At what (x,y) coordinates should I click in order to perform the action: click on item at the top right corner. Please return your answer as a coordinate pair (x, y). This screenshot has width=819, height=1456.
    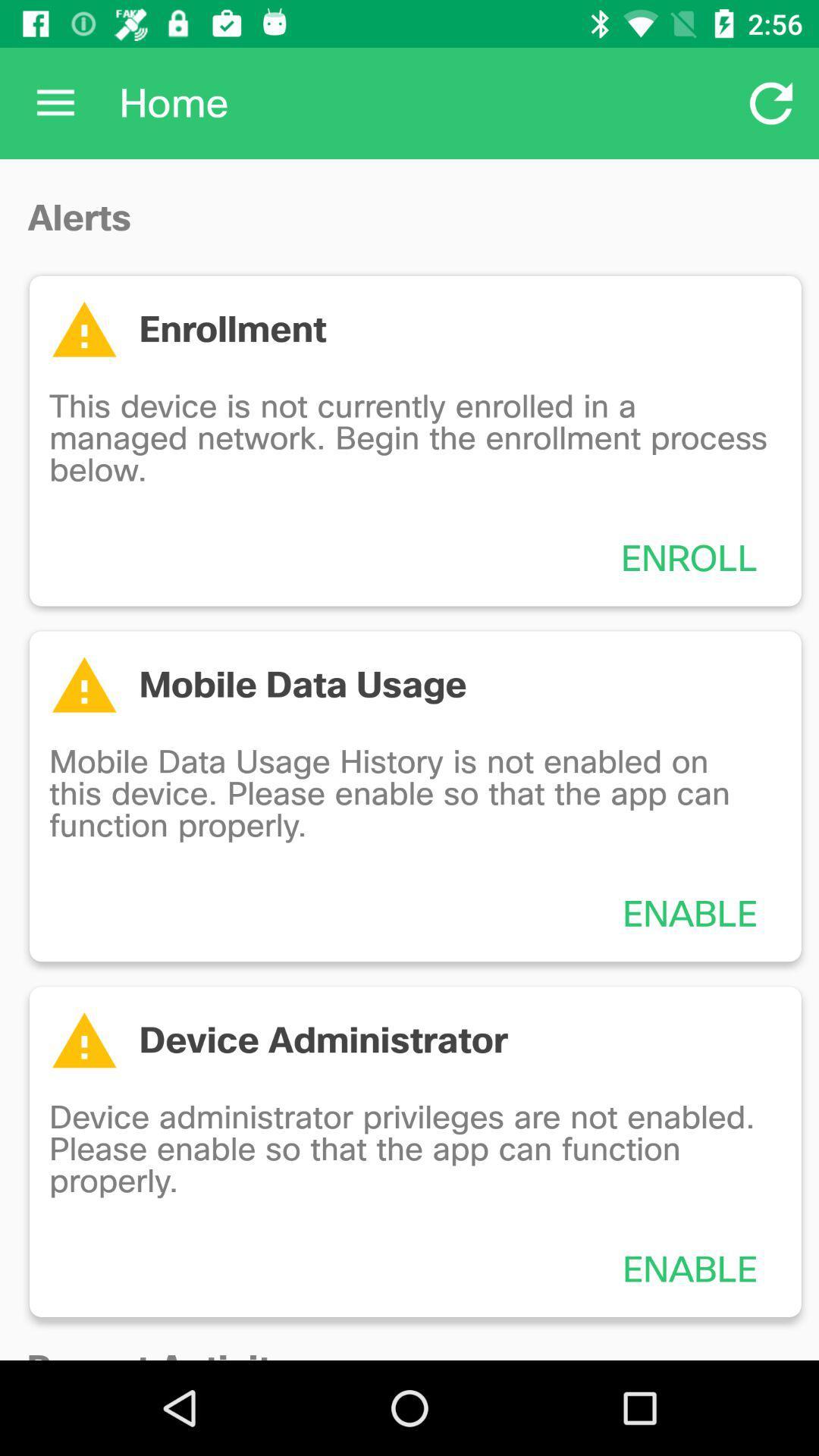
    Looking at the image, I should click on (771, 102).